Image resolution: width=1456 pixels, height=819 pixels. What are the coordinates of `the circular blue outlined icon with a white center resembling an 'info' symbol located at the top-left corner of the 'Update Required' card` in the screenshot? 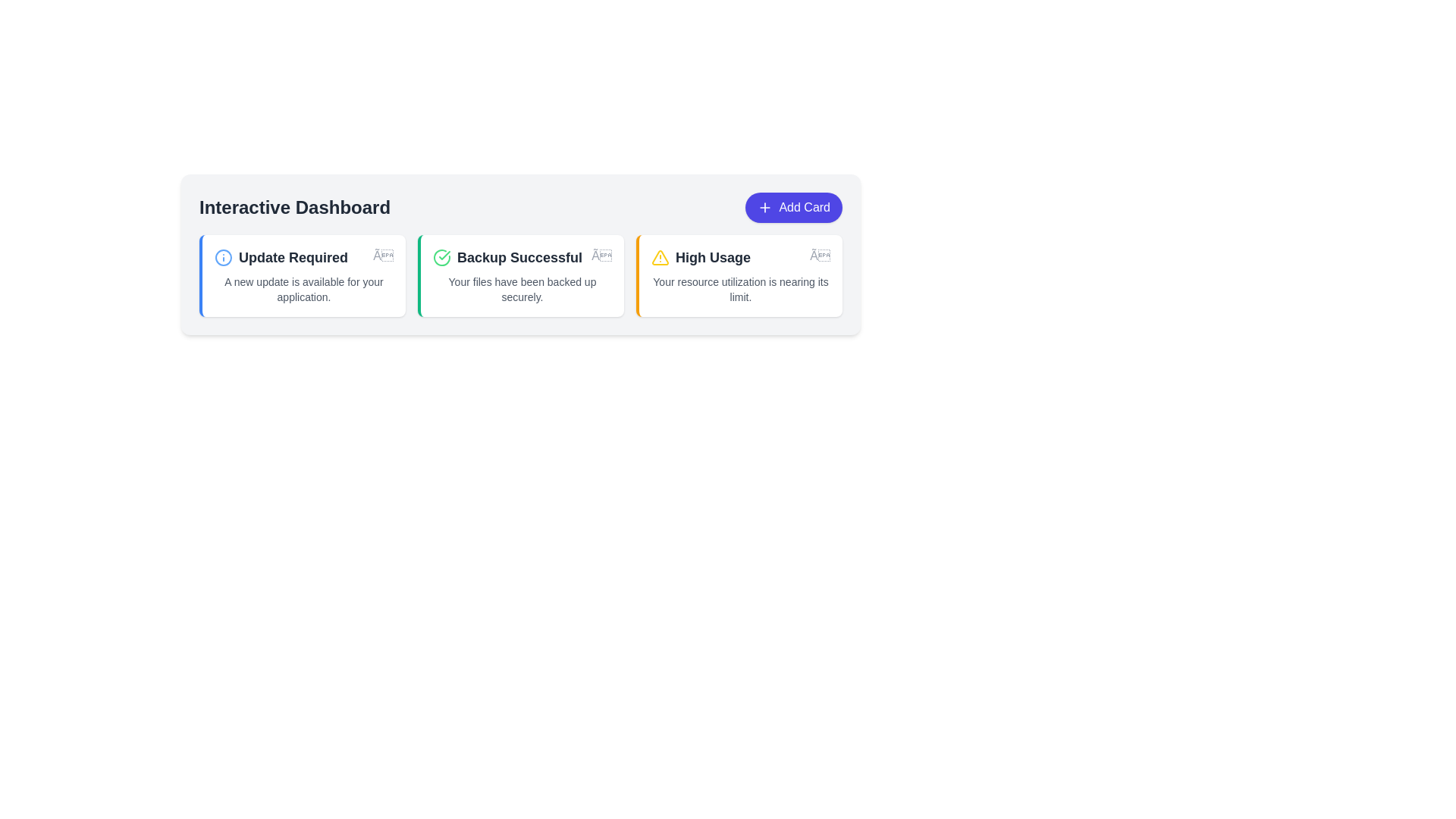 It's located at (222, 256).